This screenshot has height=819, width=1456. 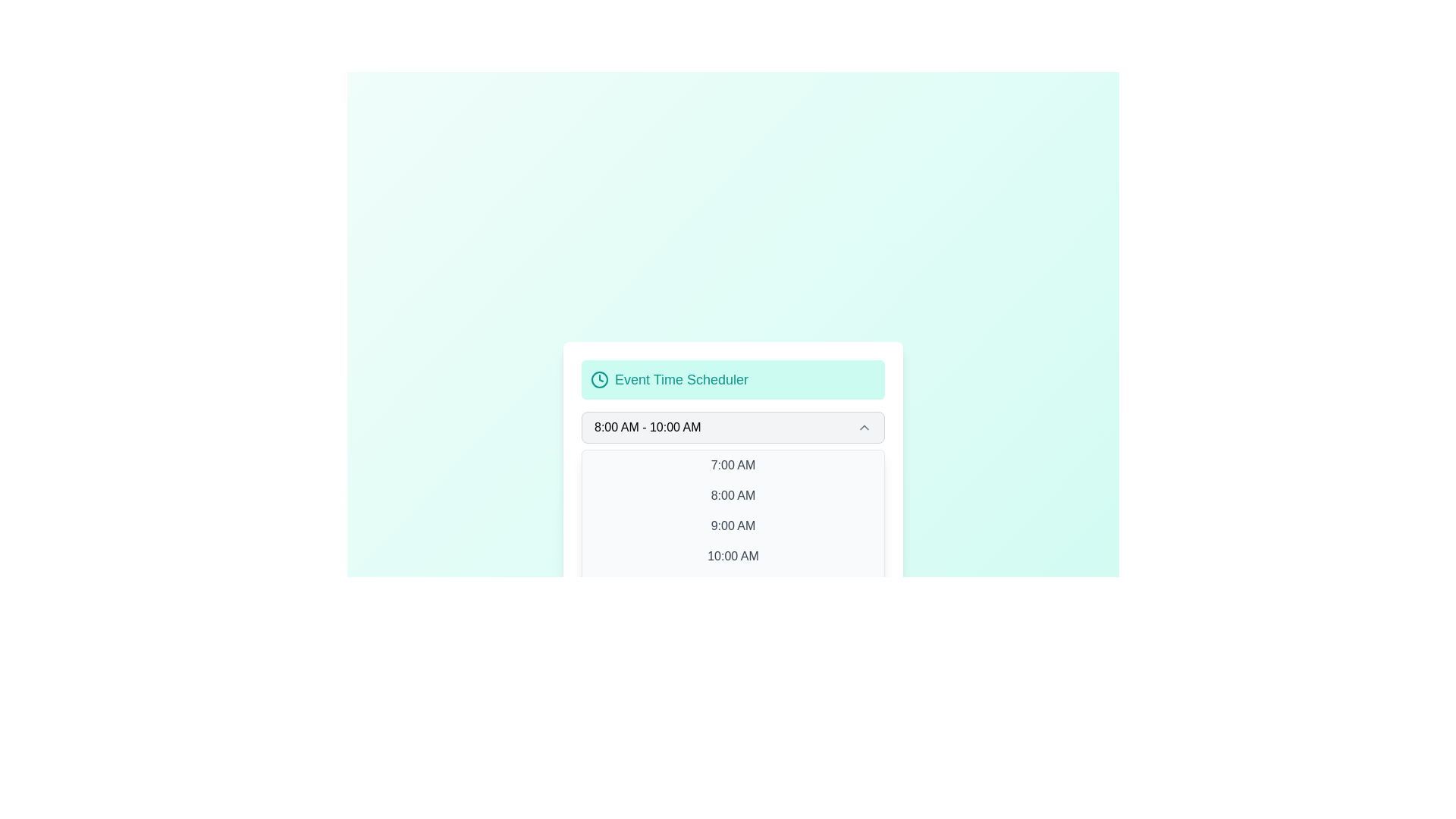 I want to click on the selectable dropdown menu item displaying '8:00 AM' in gray font style, which is the second option in the dropdown list, so click(x=733, y=496).